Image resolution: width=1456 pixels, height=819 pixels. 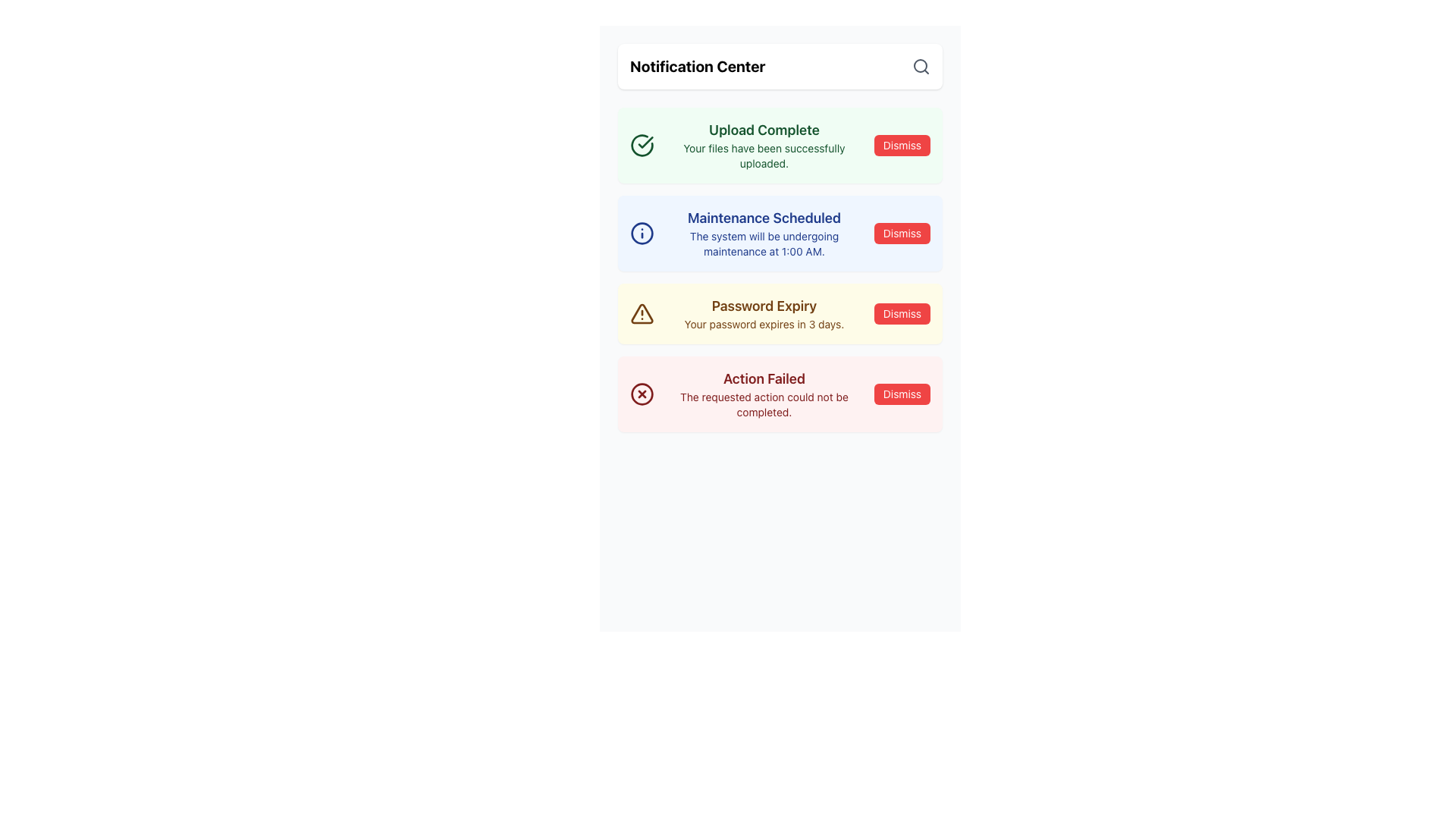 What do you see at coordinates (764, 234) in the screenshot?
I see `the text notification element located in the second notification card under the 'Notification Center', which informs the user about the scheduled maintenance of the system` at bounding box center [764, 234].